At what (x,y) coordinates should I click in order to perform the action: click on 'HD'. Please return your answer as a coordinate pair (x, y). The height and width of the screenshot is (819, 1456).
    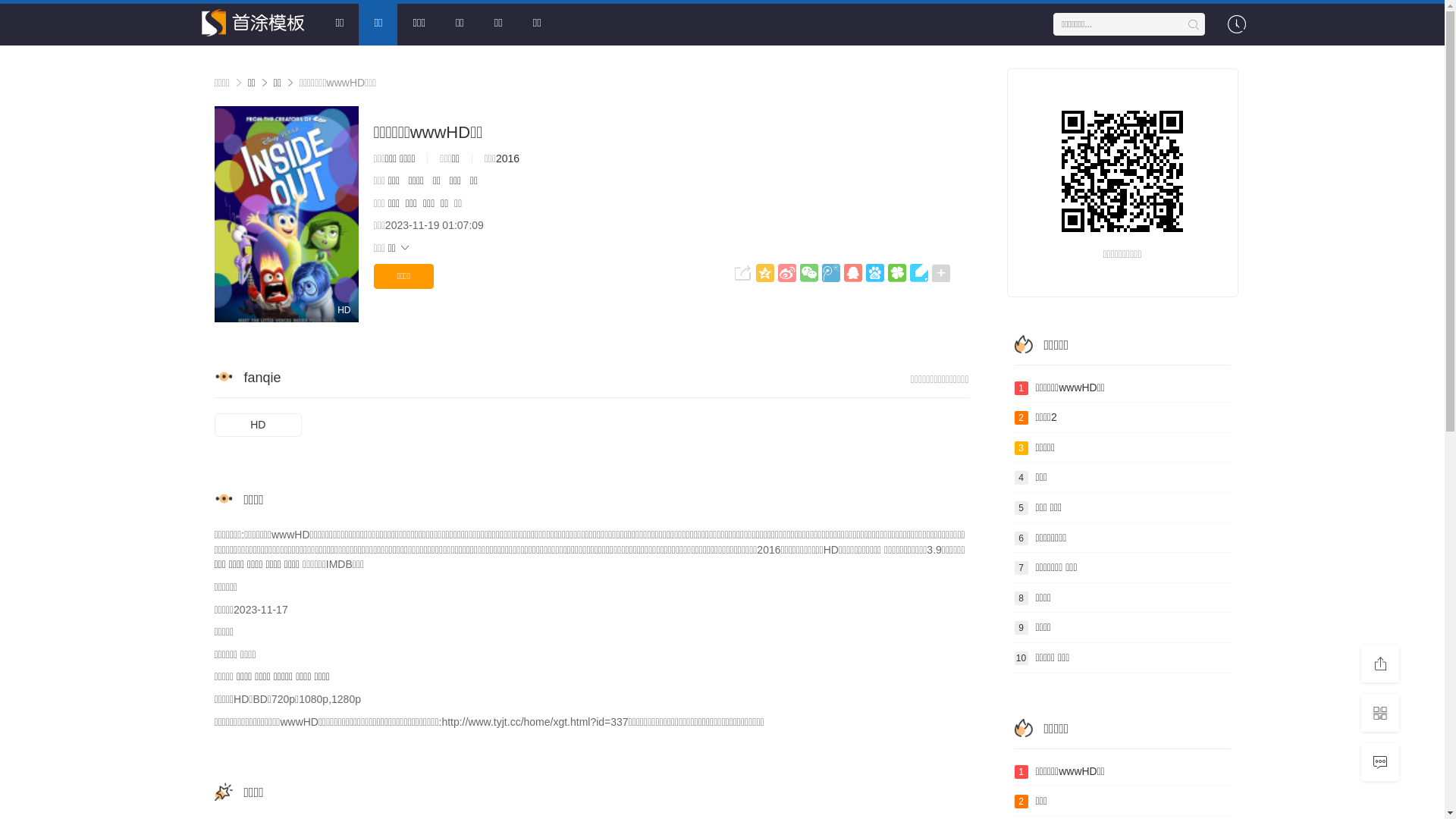
    Looking at the image, I should click on (258, 425).